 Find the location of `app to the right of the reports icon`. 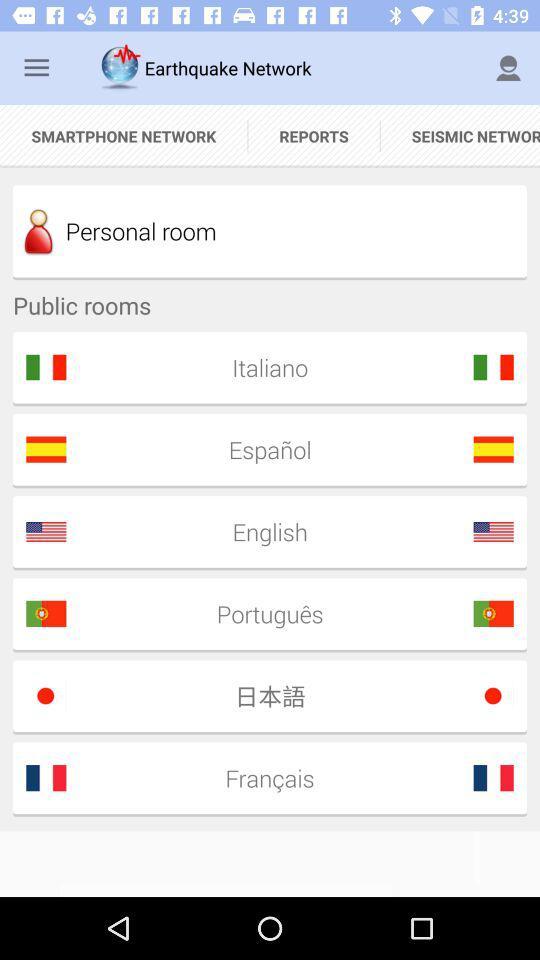

app to the right of the reports icon is located at coordinates (460, 135).